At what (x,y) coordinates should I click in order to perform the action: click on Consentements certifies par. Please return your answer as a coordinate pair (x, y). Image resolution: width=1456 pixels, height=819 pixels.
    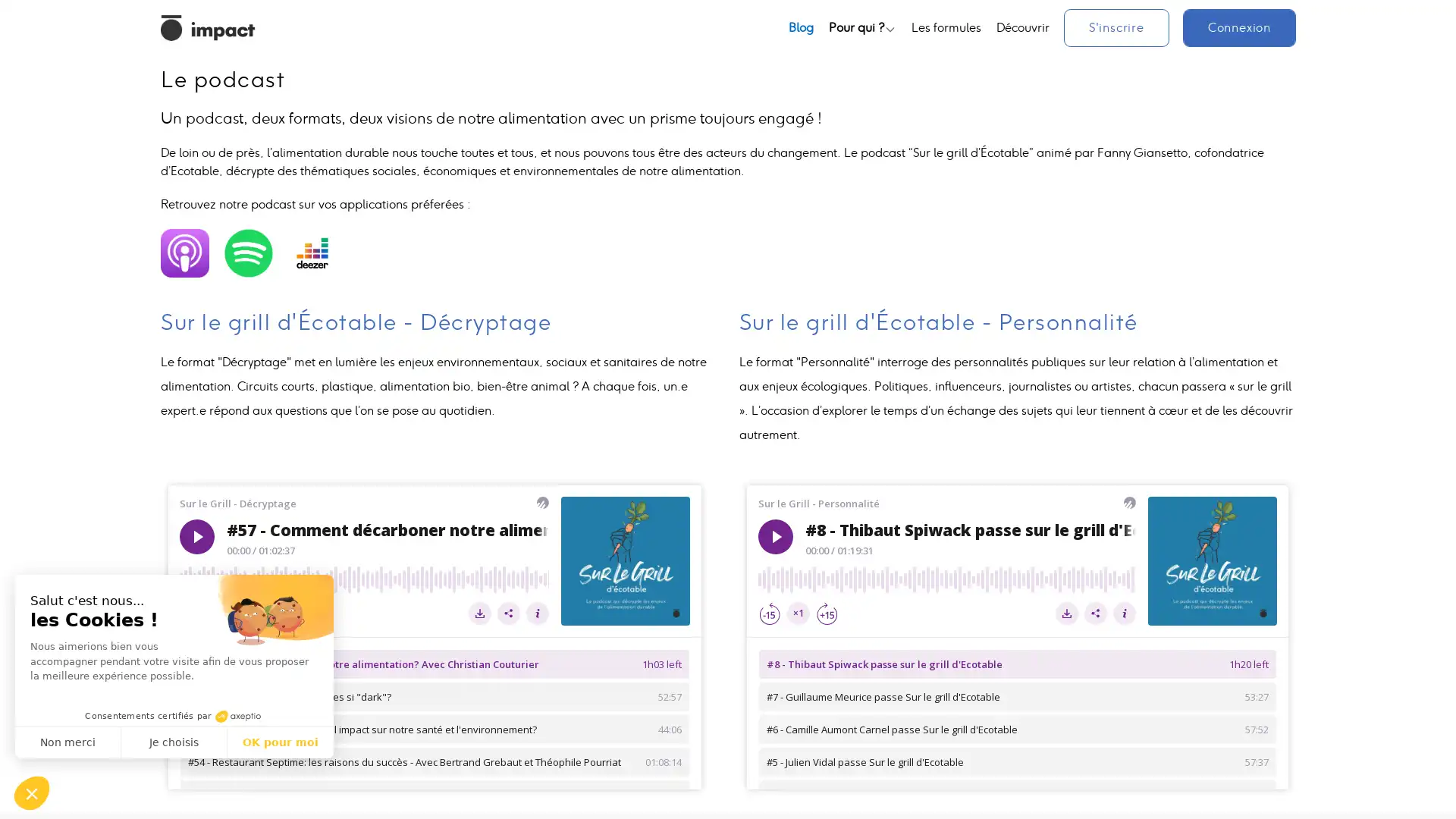
    Looking at the image, I should click on (174, 716).